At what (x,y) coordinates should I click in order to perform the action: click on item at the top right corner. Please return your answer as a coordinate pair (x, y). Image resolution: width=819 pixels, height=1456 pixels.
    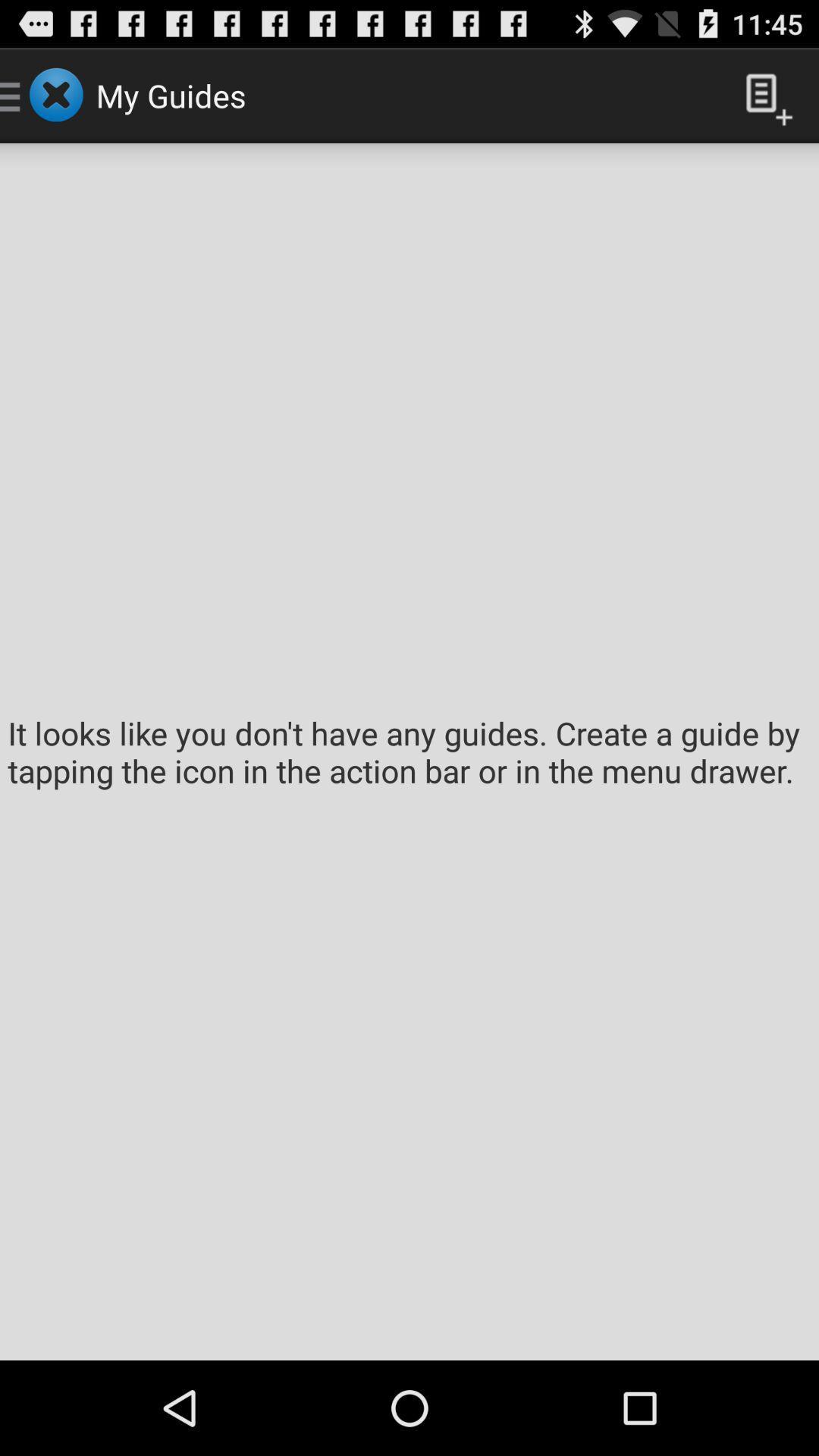
    Looking at the image, I should click on (763, 94).